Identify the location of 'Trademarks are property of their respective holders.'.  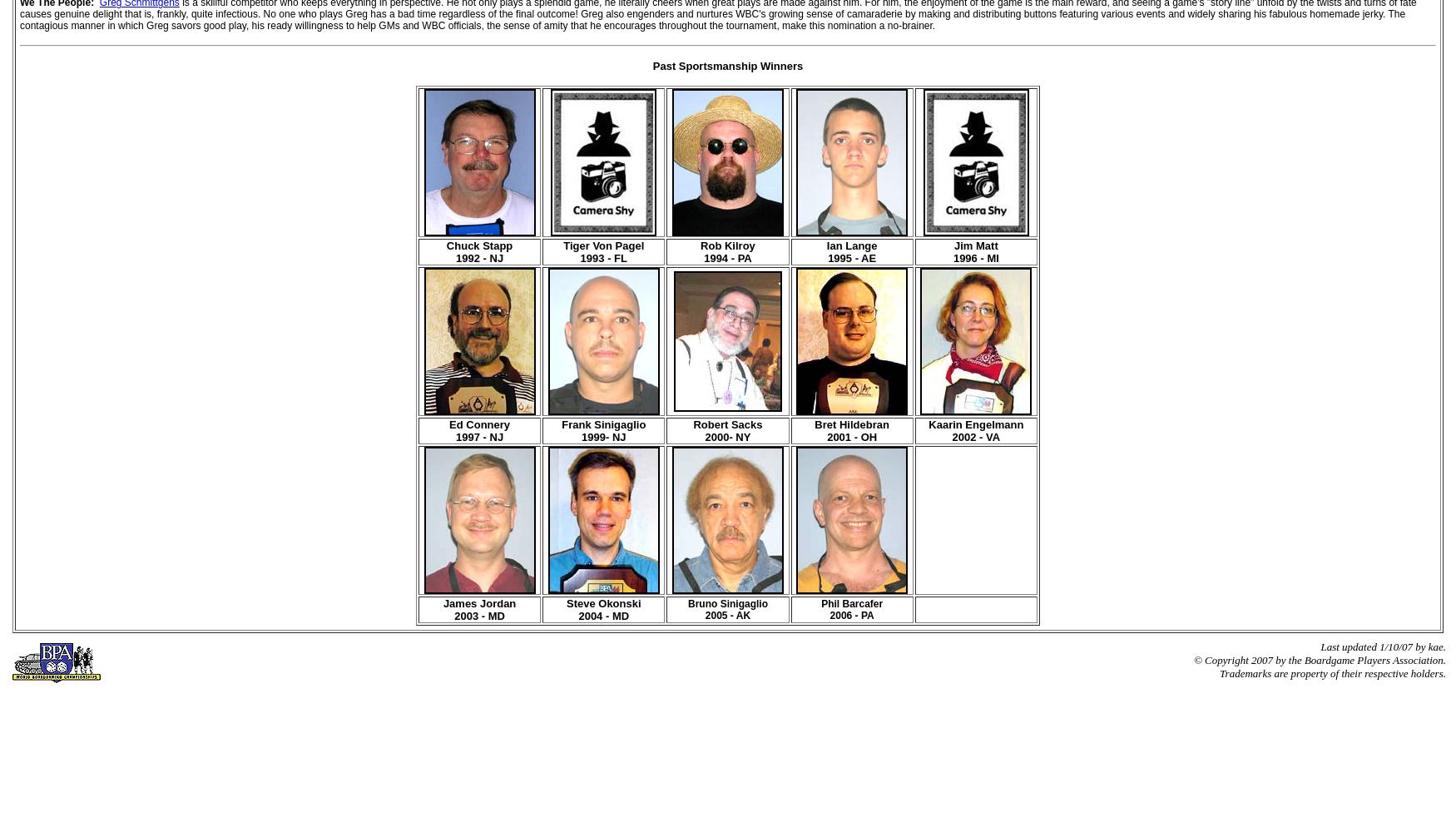
(1219, 673).